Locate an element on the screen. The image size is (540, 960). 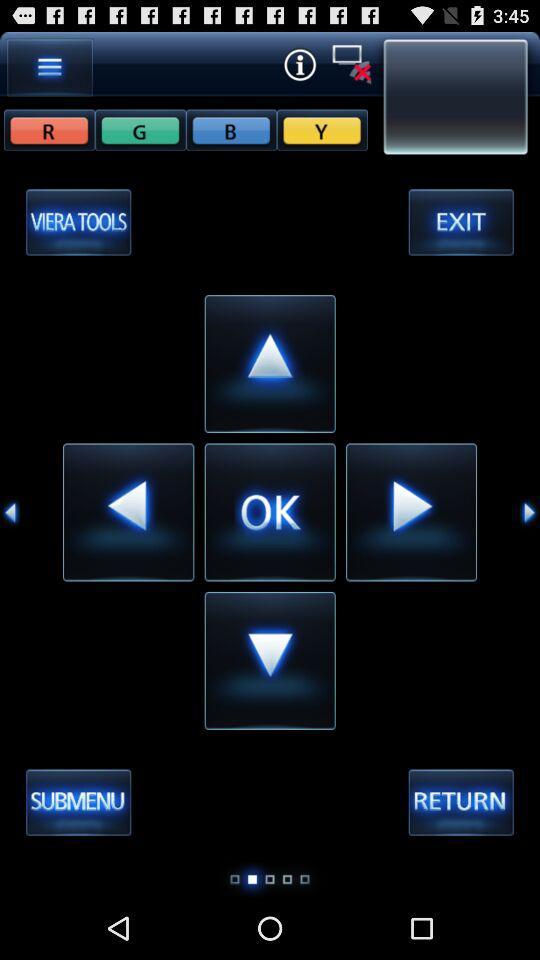
the second icon below menu is located at coordinates (139, 128).